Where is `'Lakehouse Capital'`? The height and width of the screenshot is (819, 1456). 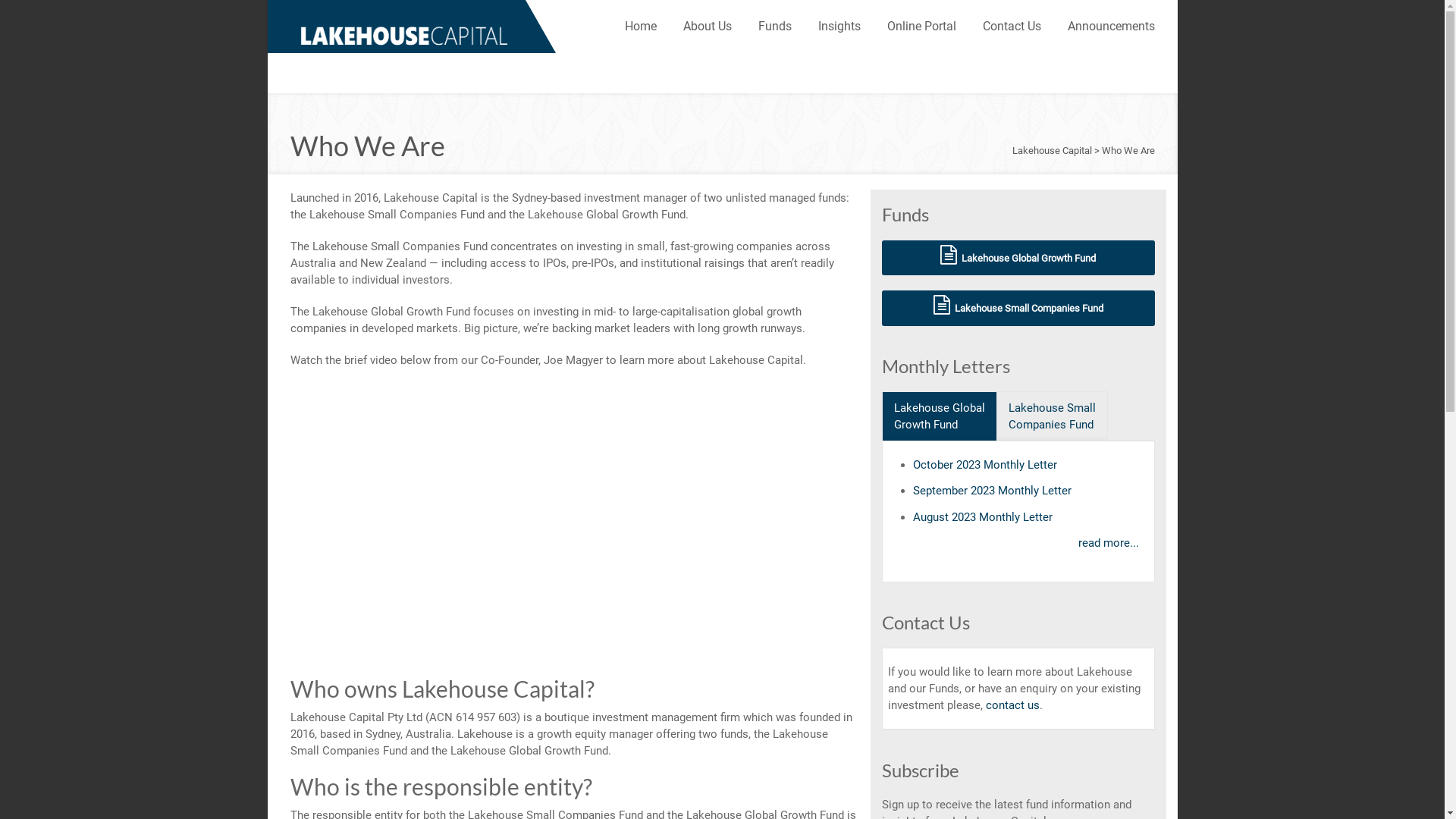
'Lakehouse Capital' is located at coordinates (1050, 150).